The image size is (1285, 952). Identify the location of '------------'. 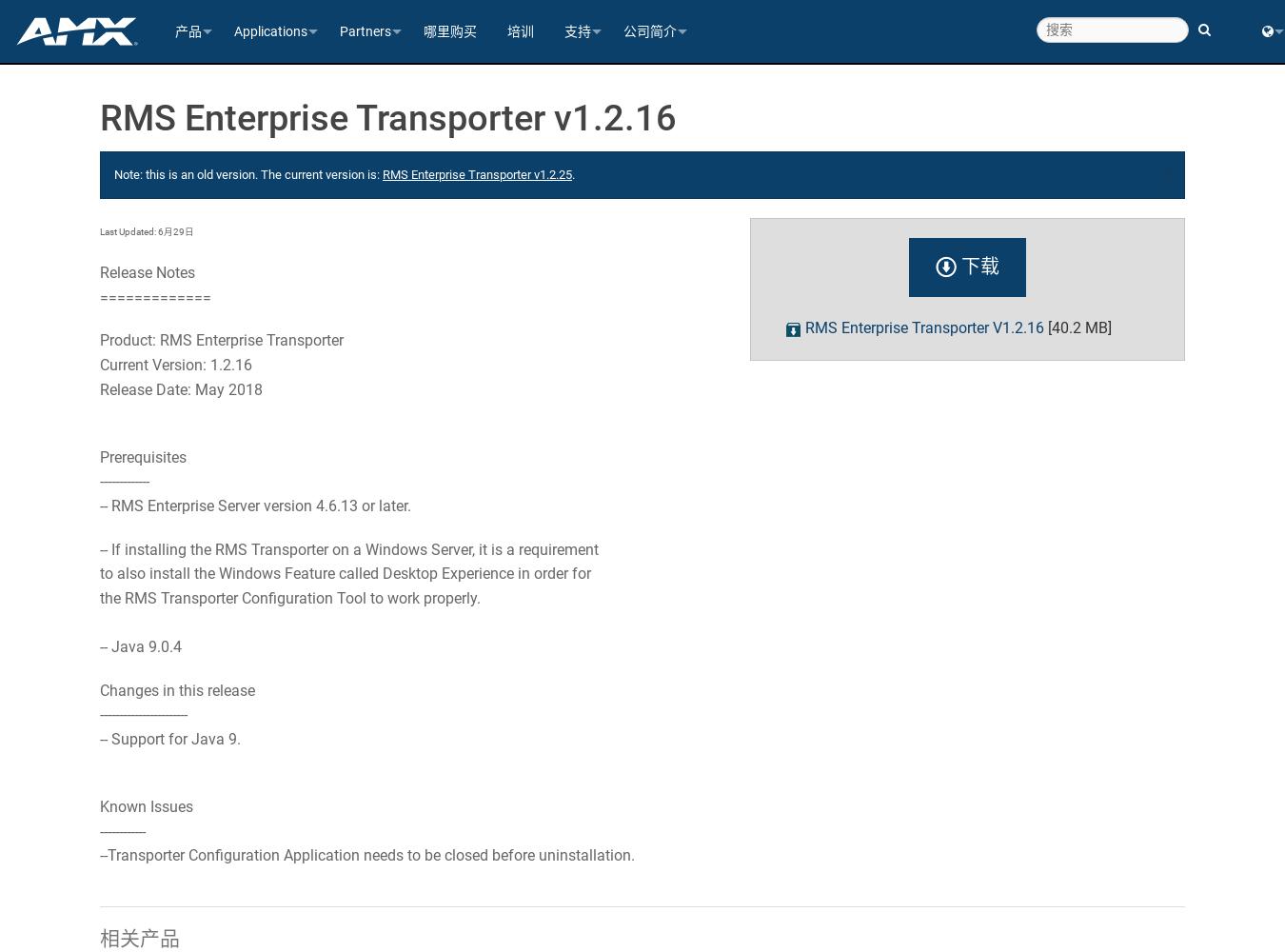
(99, 829).